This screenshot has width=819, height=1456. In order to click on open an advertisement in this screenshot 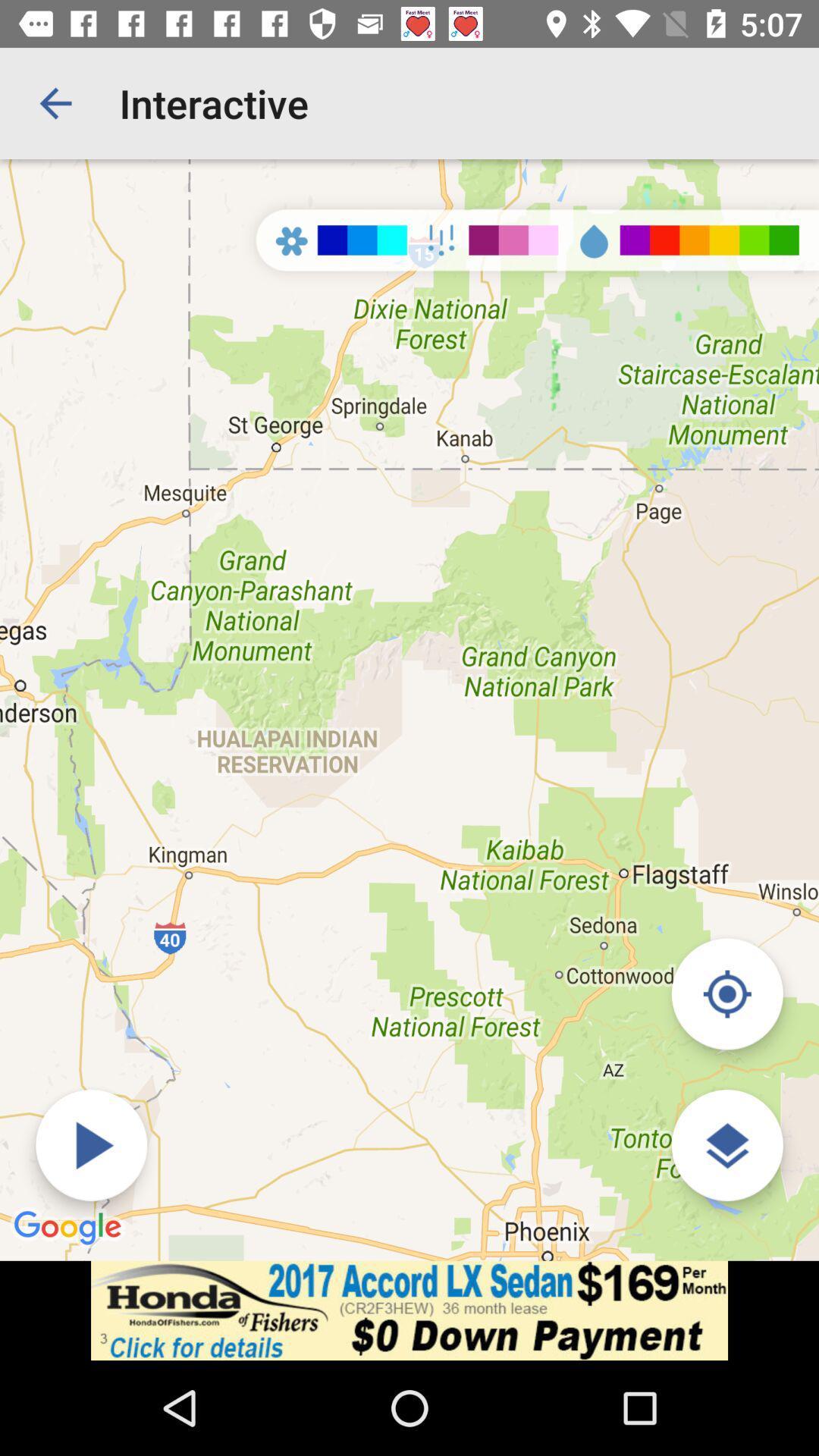, I will do `click(409, 1310)`.